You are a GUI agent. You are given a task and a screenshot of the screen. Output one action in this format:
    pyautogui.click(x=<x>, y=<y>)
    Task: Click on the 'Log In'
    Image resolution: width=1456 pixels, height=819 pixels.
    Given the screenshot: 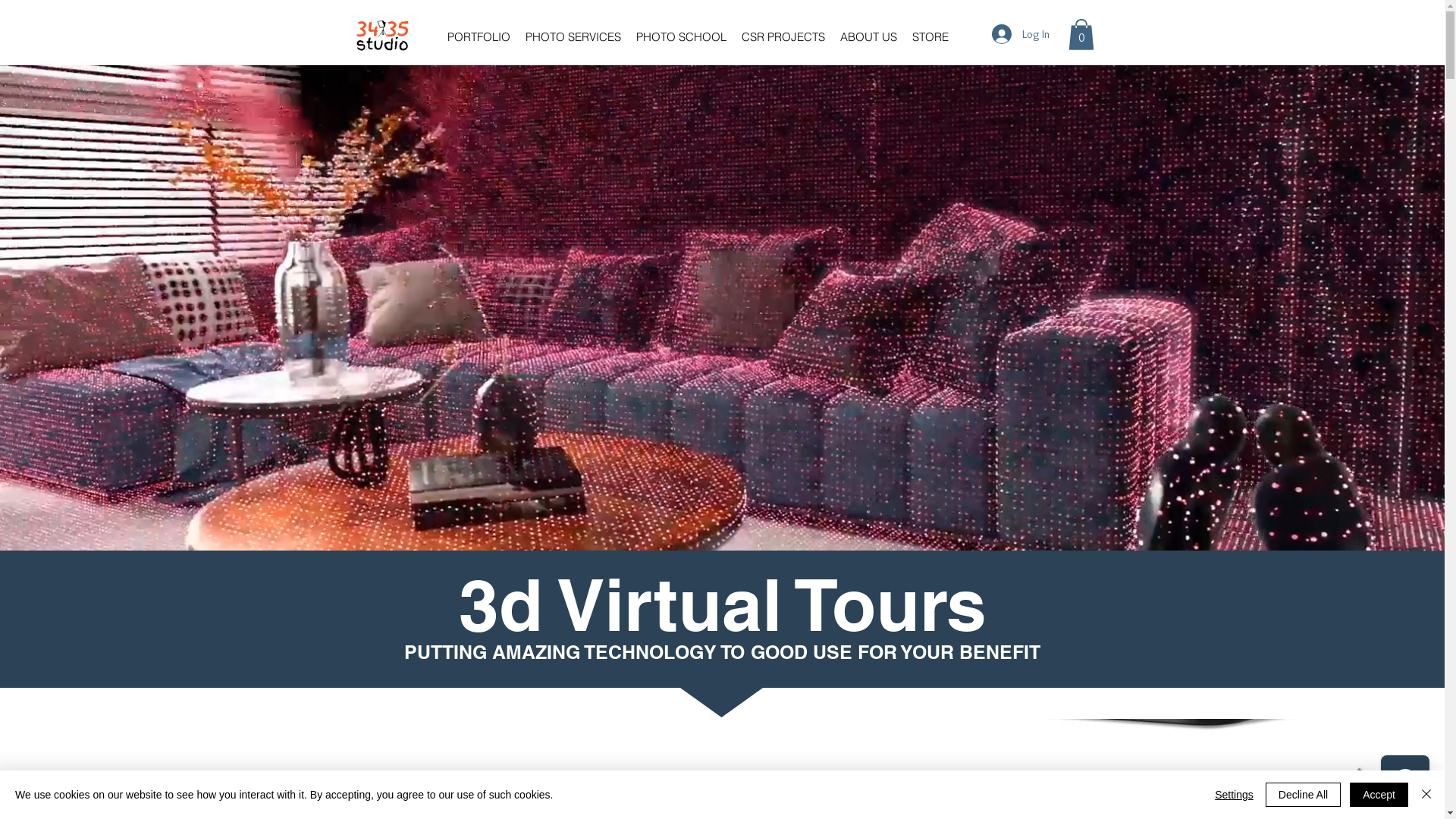 What is the action you would take?
    pyautogui.click(x=1020, y=34)
    